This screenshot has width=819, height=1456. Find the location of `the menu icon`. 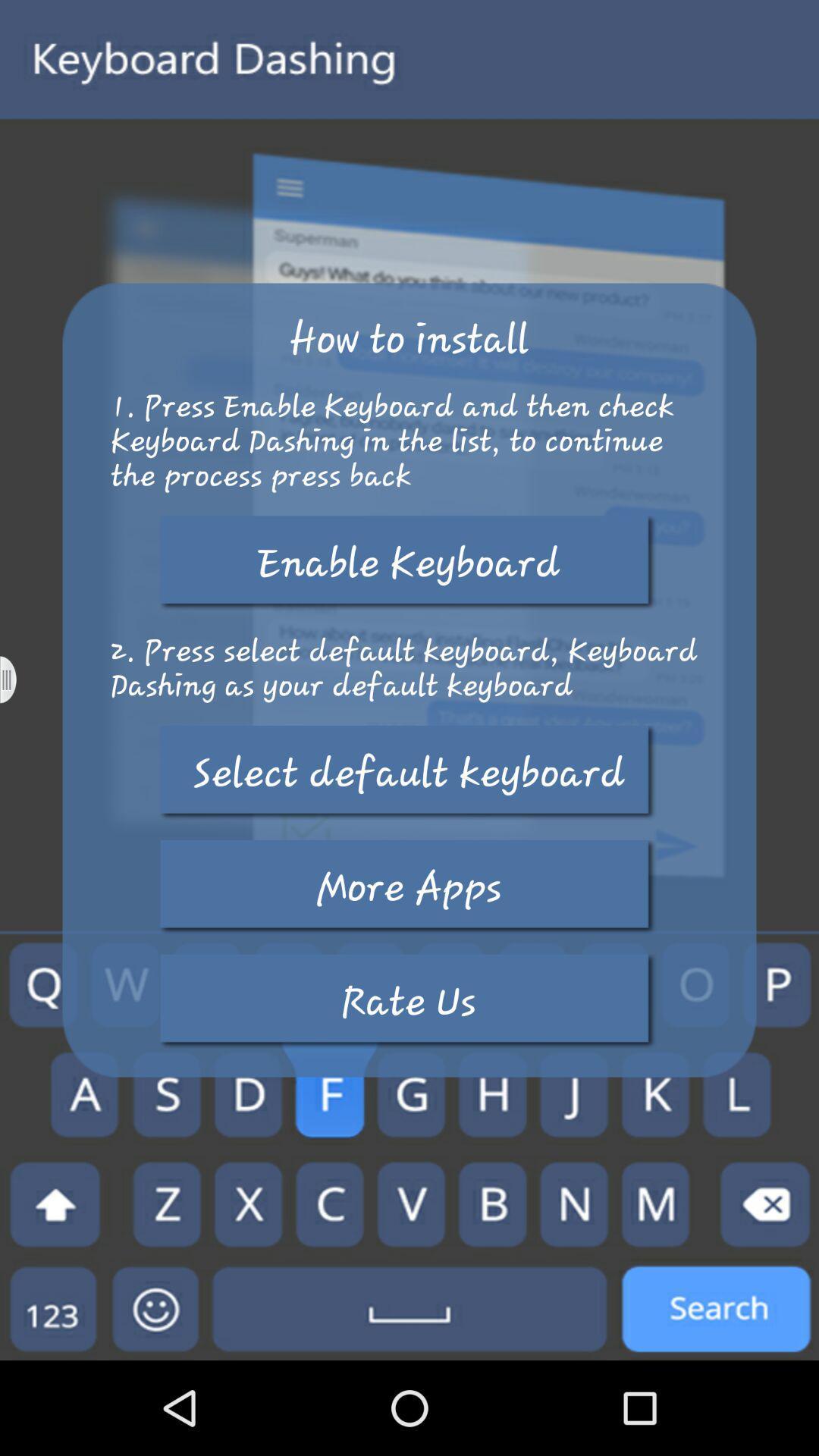

the menu icon is located at coordinates (17, 726).